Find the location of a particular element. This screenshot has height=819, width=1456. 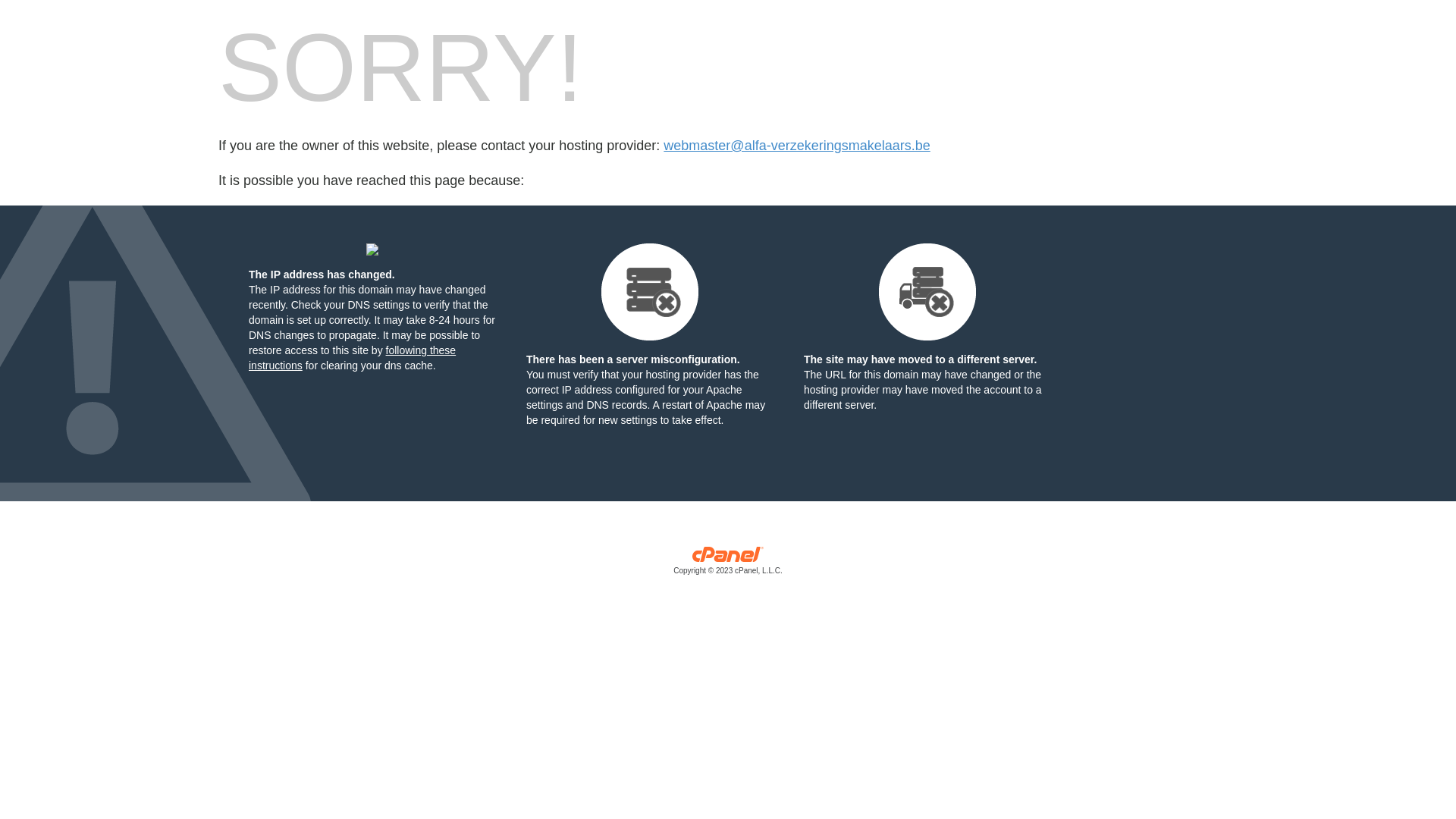

'following these instructions' is located at coordinates (351, 357).